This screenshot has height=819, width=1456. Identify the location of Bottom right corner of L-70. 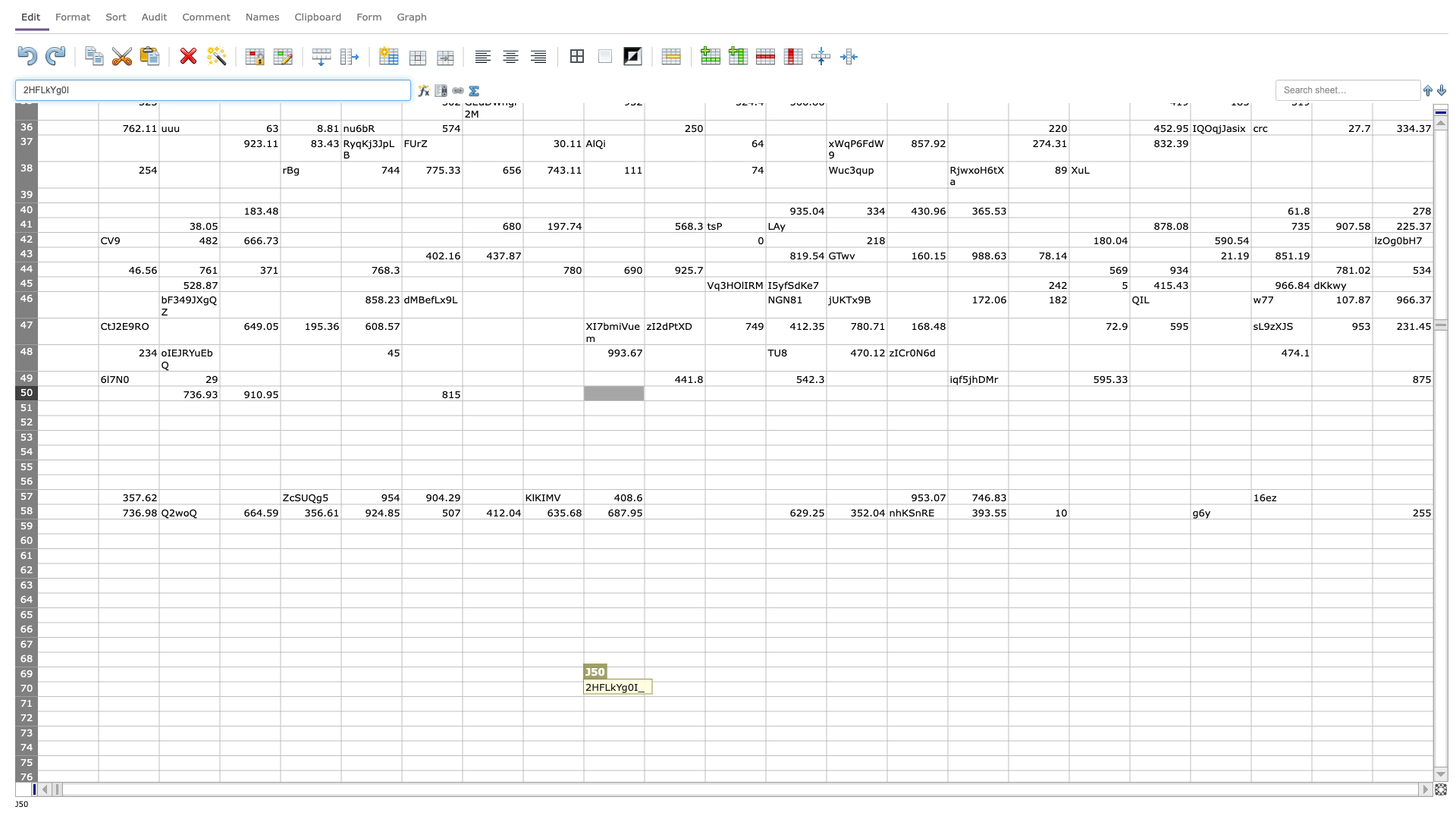
(765, 696).